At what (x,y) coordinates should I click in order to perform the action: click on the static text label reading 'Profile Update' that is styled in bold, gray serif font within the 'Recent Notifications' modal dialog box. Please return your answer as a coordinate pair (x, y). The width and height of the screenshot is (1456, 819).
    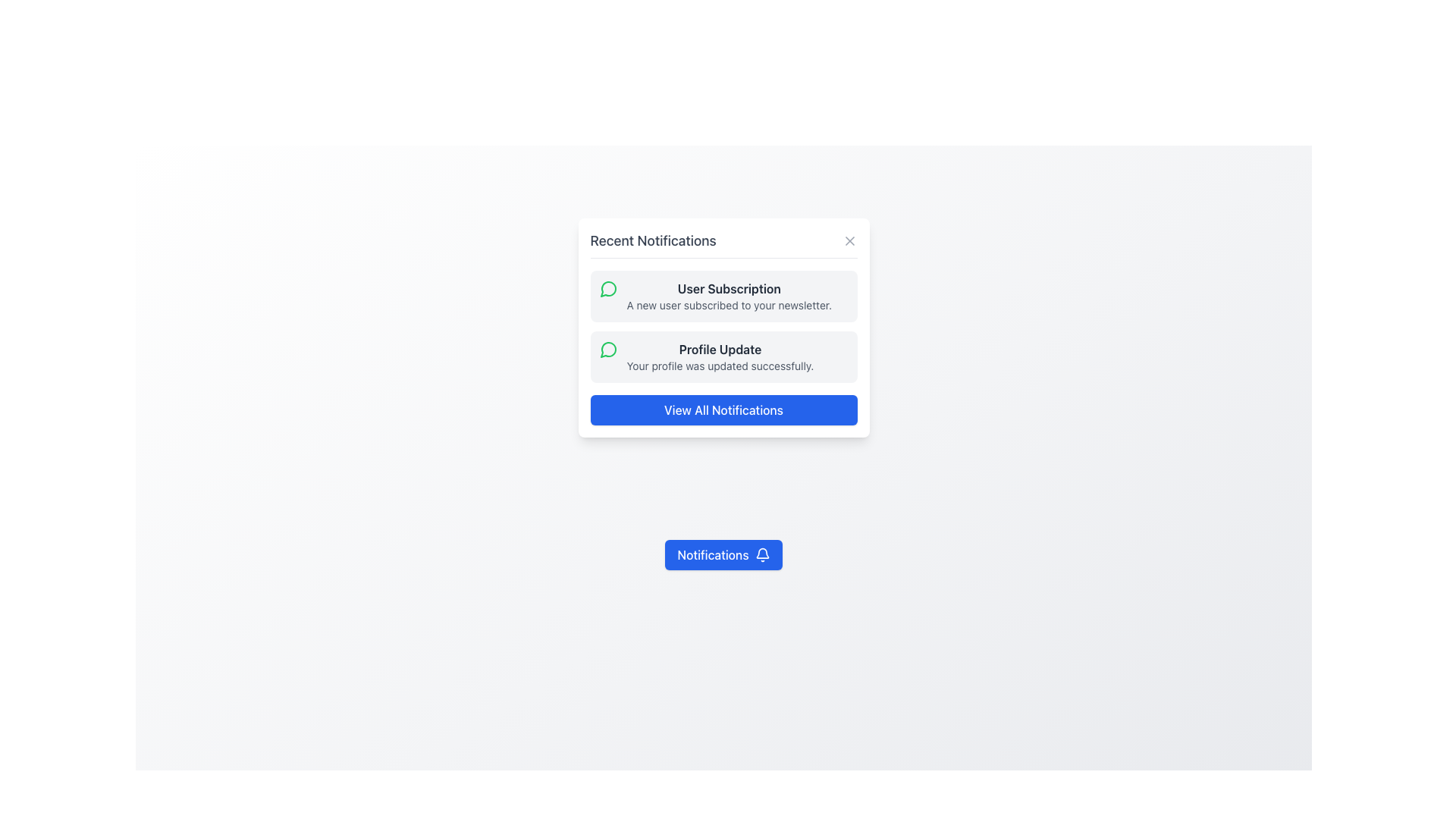
    Looking at the image, I should click on (720, 350).